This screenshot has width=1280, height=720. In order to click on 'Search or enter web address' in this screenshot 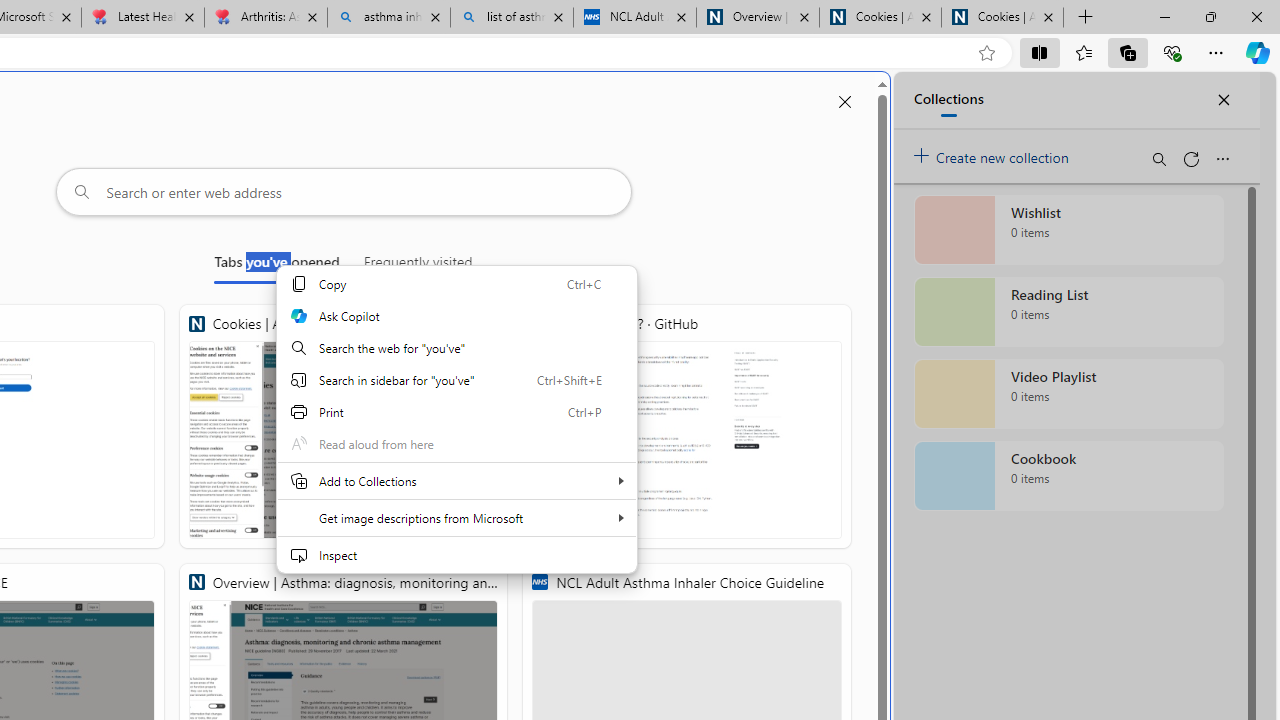, I will do `click(343, 191)`.